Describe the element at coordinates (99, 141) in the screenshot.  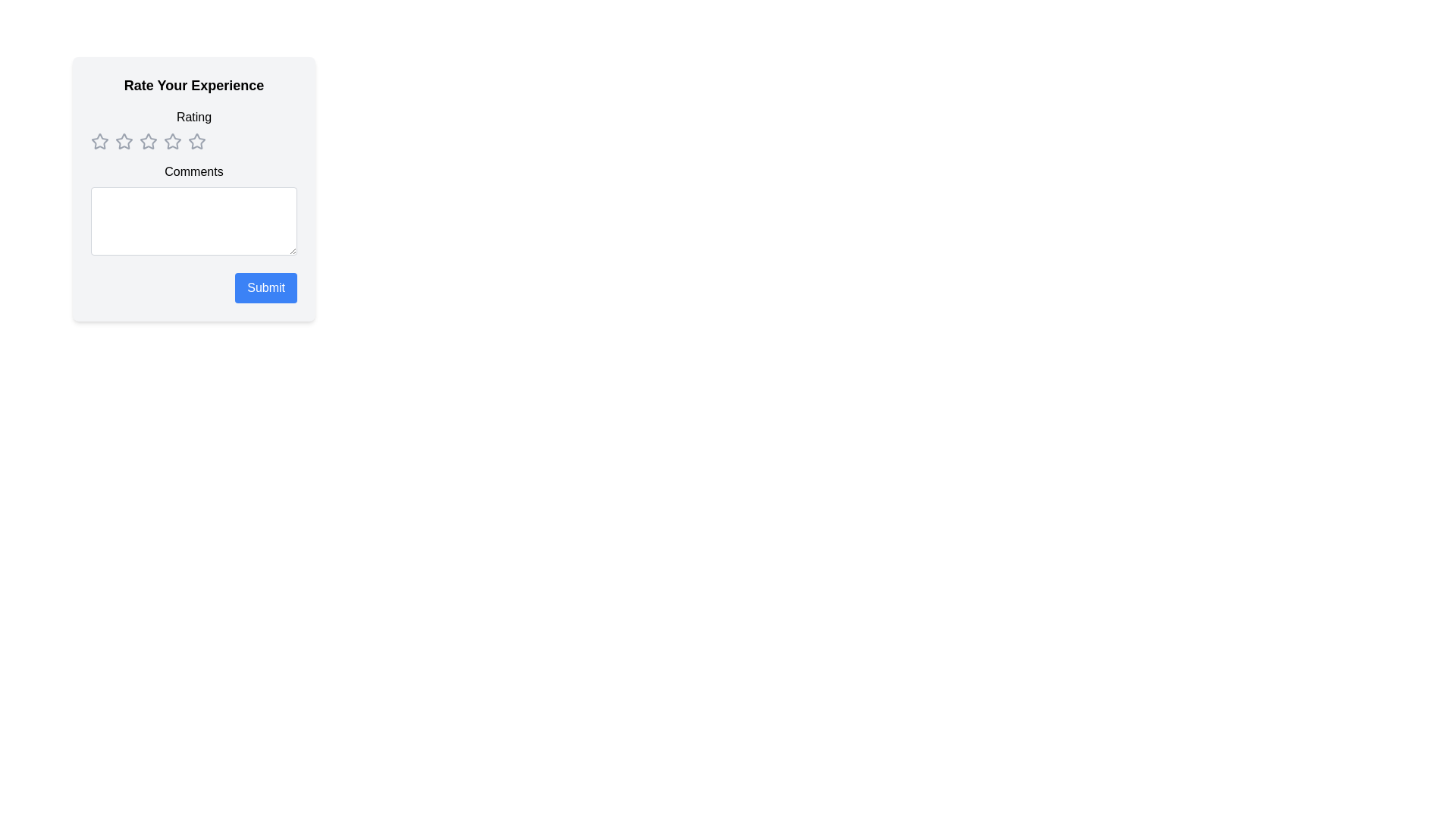
I see `the first star-shaped icon in the rating interface` at that location.